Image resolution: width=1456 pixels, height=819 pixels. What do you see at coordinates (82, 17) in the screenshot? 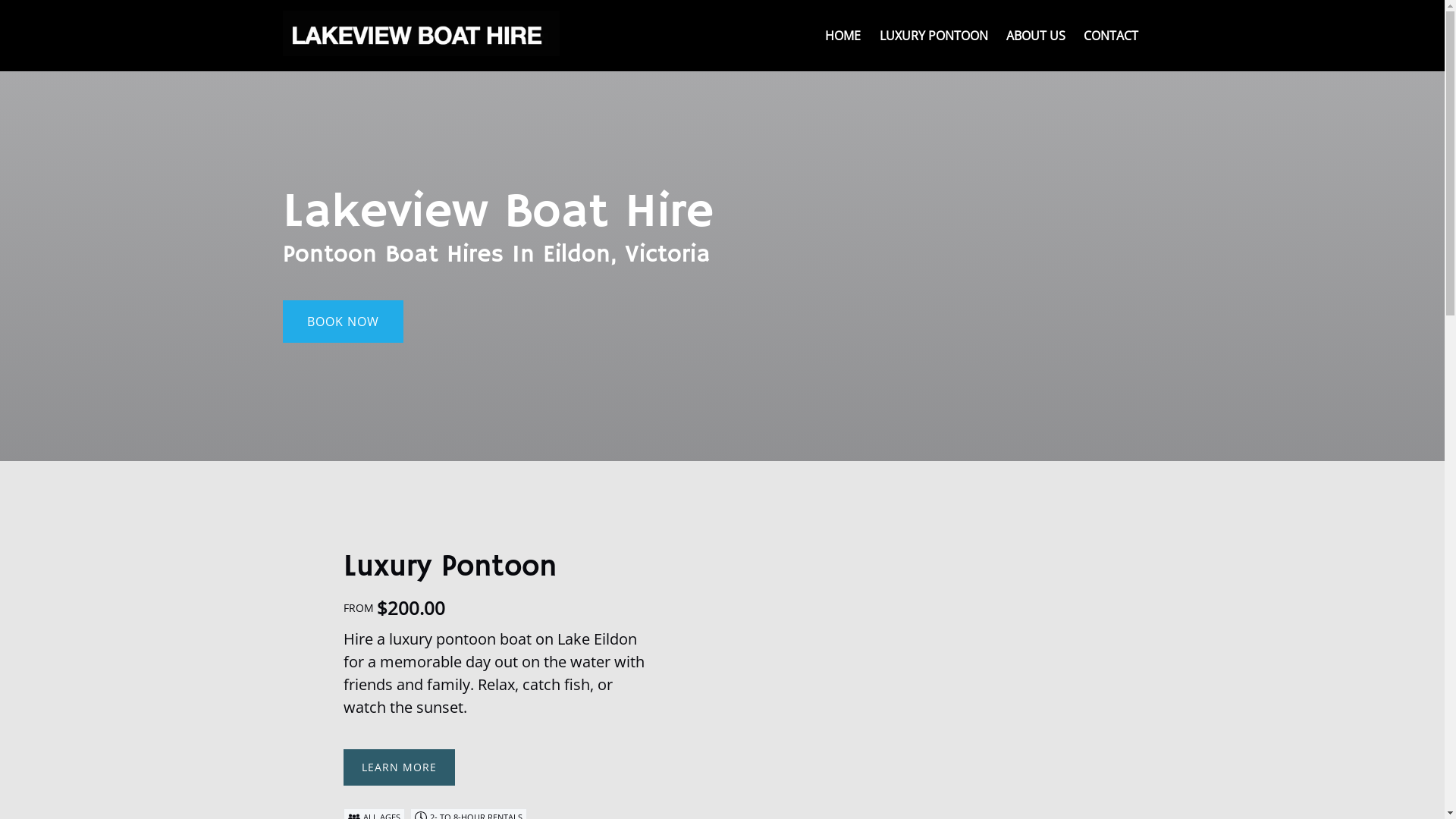
I see `'Skip to primary navigation'` at bounding box center [82, 17].